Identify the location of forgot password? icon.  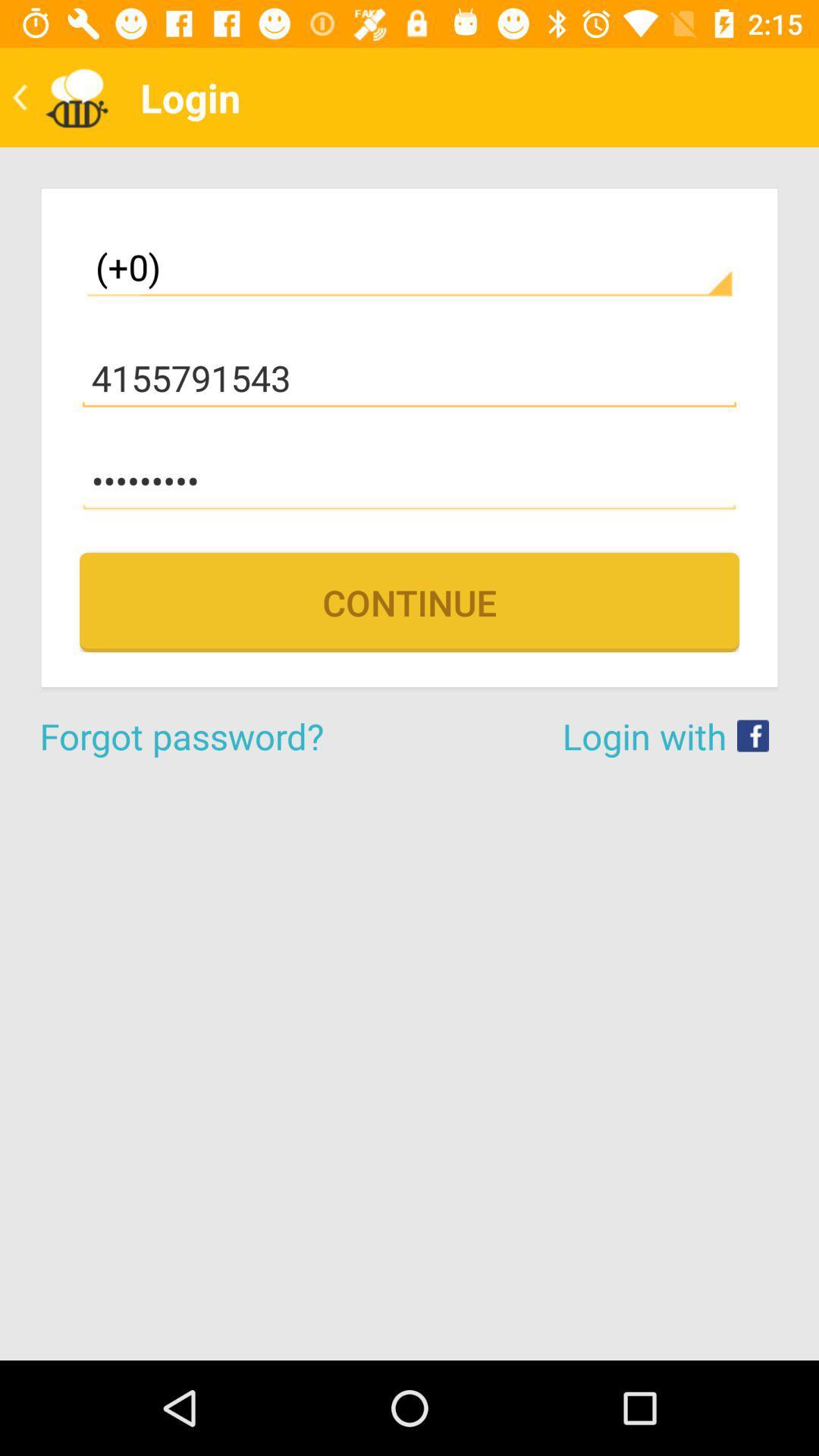
(224, 736).